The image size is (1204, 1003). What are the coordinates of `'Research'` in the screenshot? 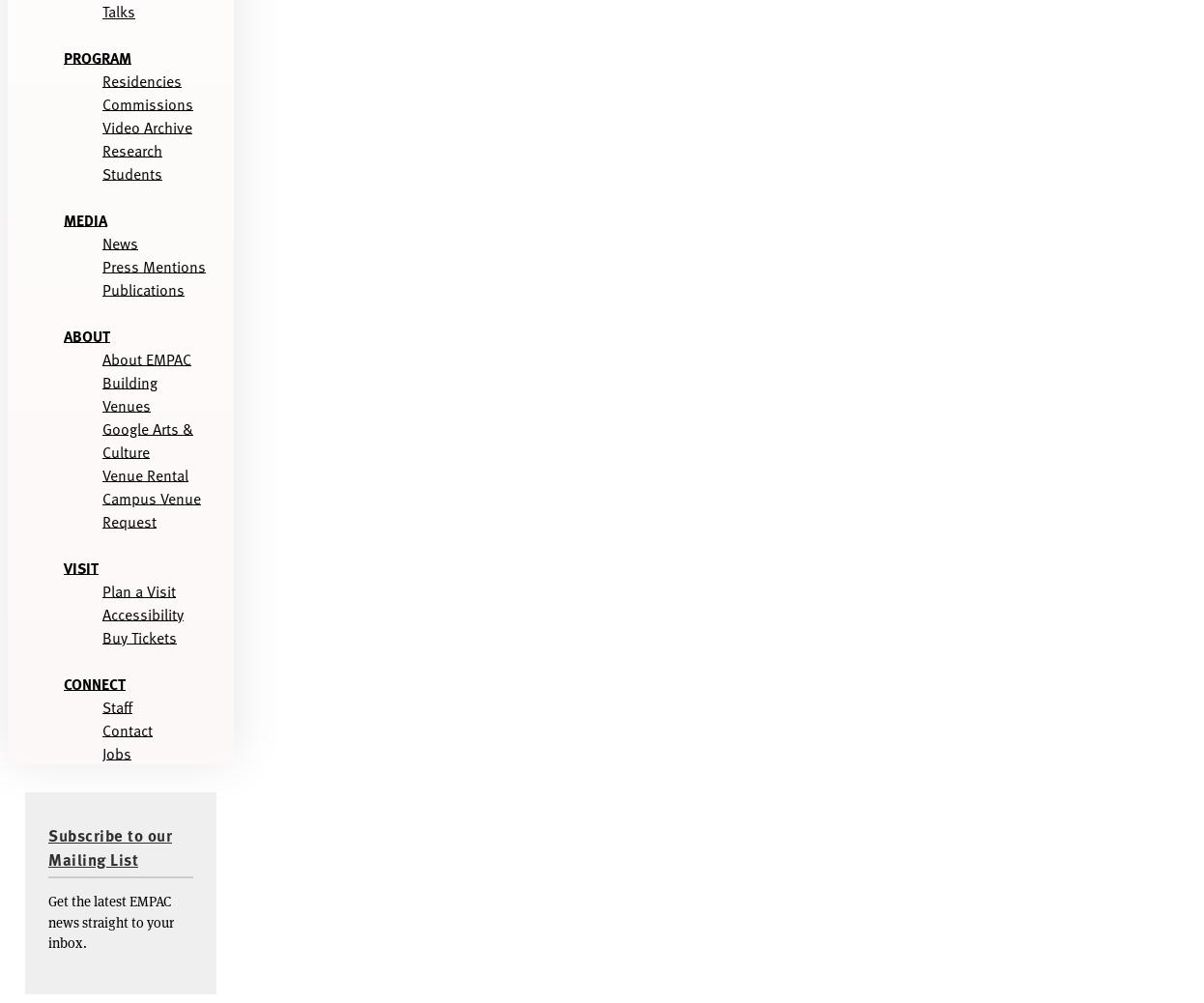 It's located at (132, 148).